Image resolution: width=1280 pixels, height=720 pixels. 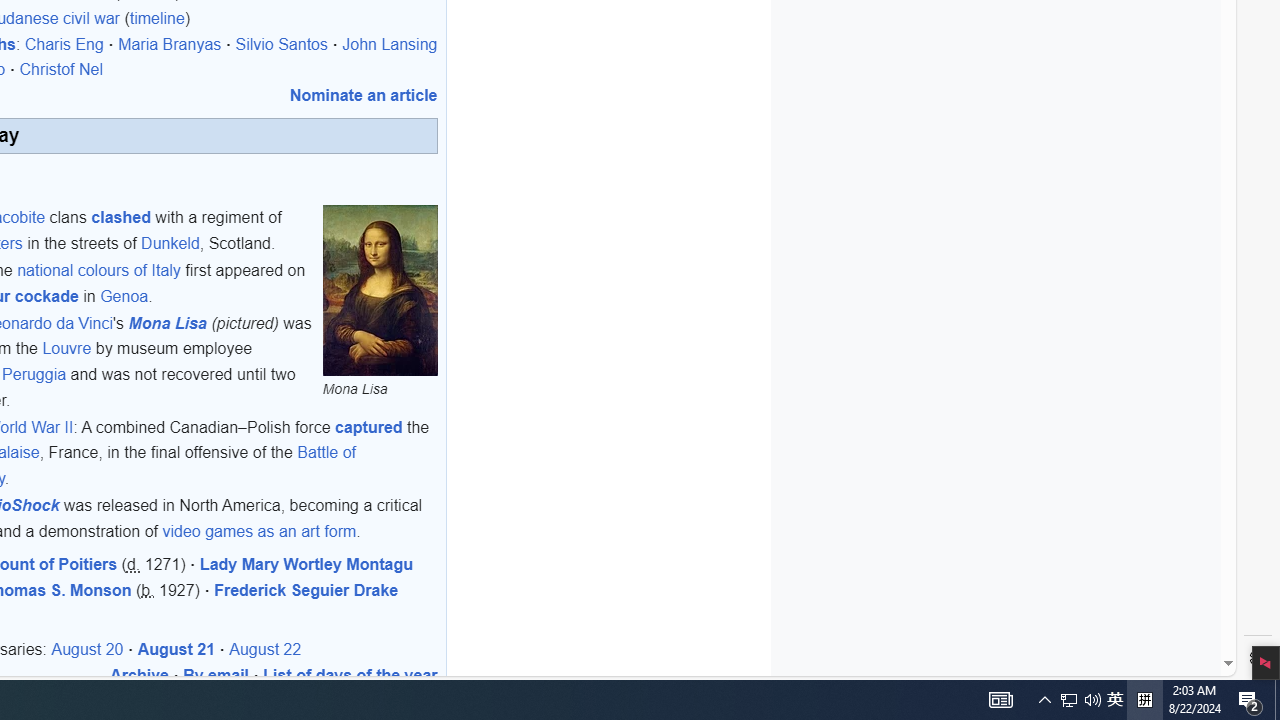 What do you see at coordinates (363, 94) in the screenshot?
I see `'Nominate an article'` at bounding box center [363, 94].